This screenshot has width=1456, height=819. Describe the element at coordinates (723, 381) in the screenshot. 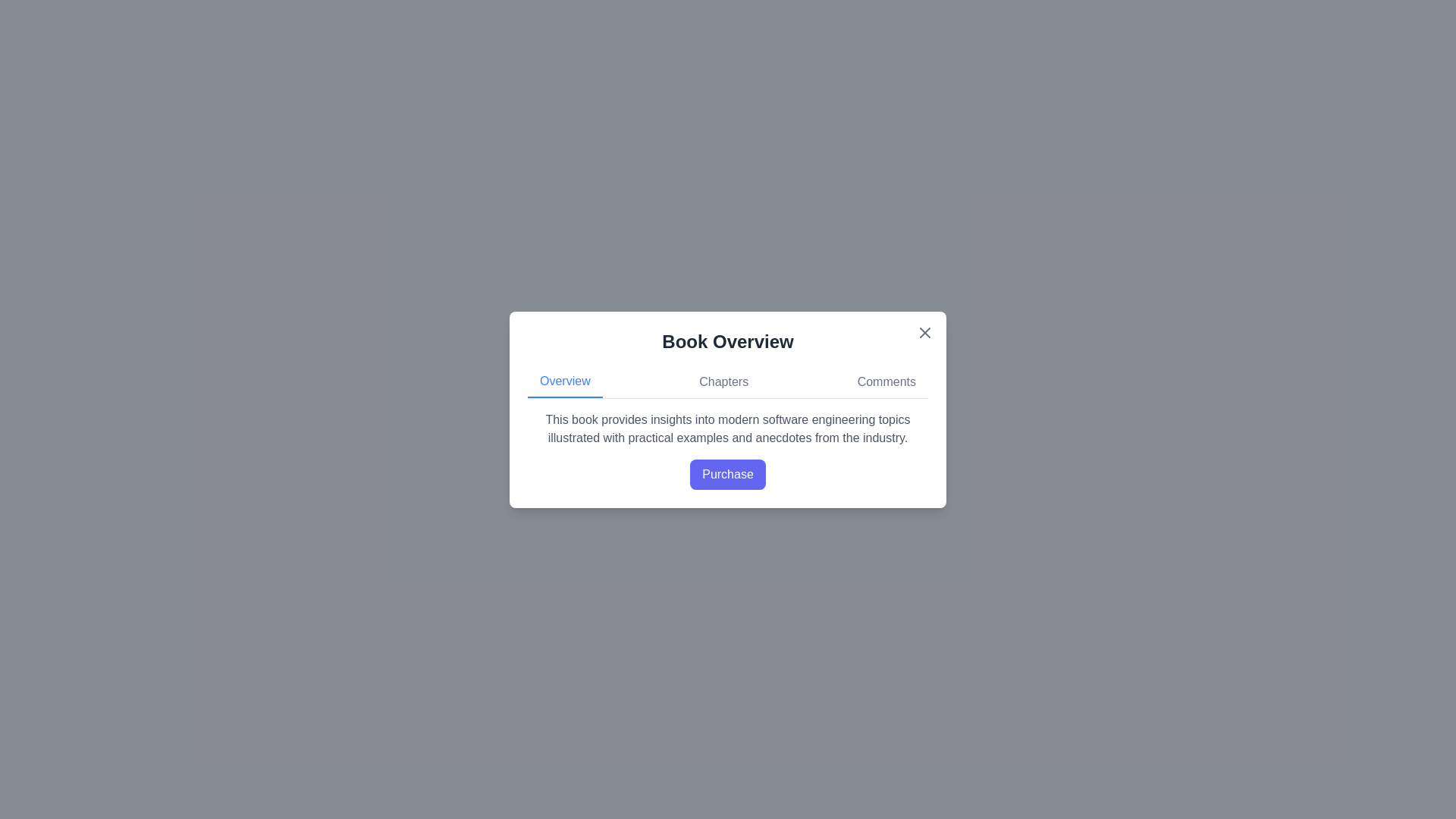

I see `the 'Chapters' text label in gray font, located in the header of the 'Book Overview' dialog box` at that location.